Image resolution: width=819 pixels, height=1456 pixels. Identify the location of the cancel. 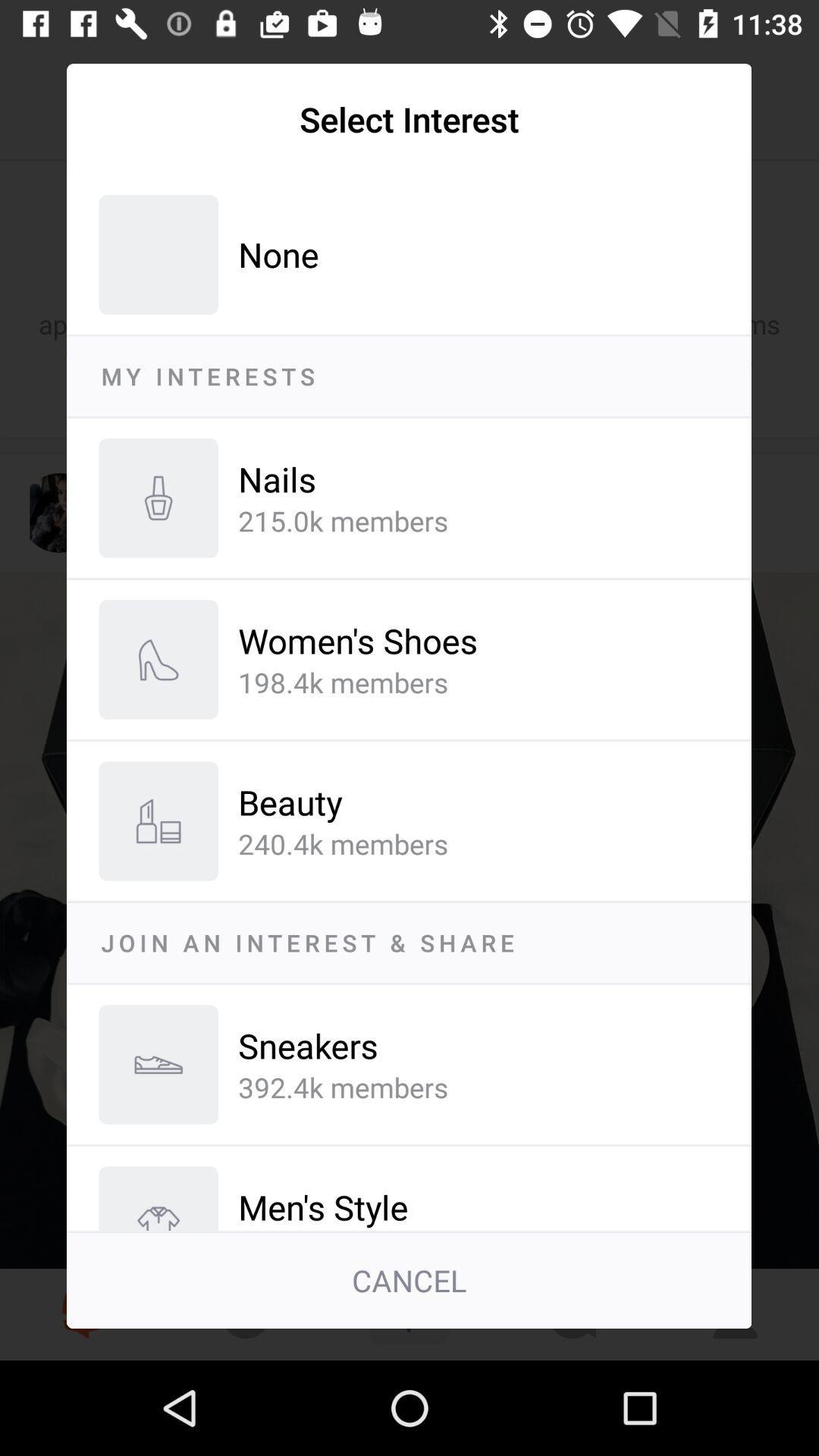
(409, 1280).